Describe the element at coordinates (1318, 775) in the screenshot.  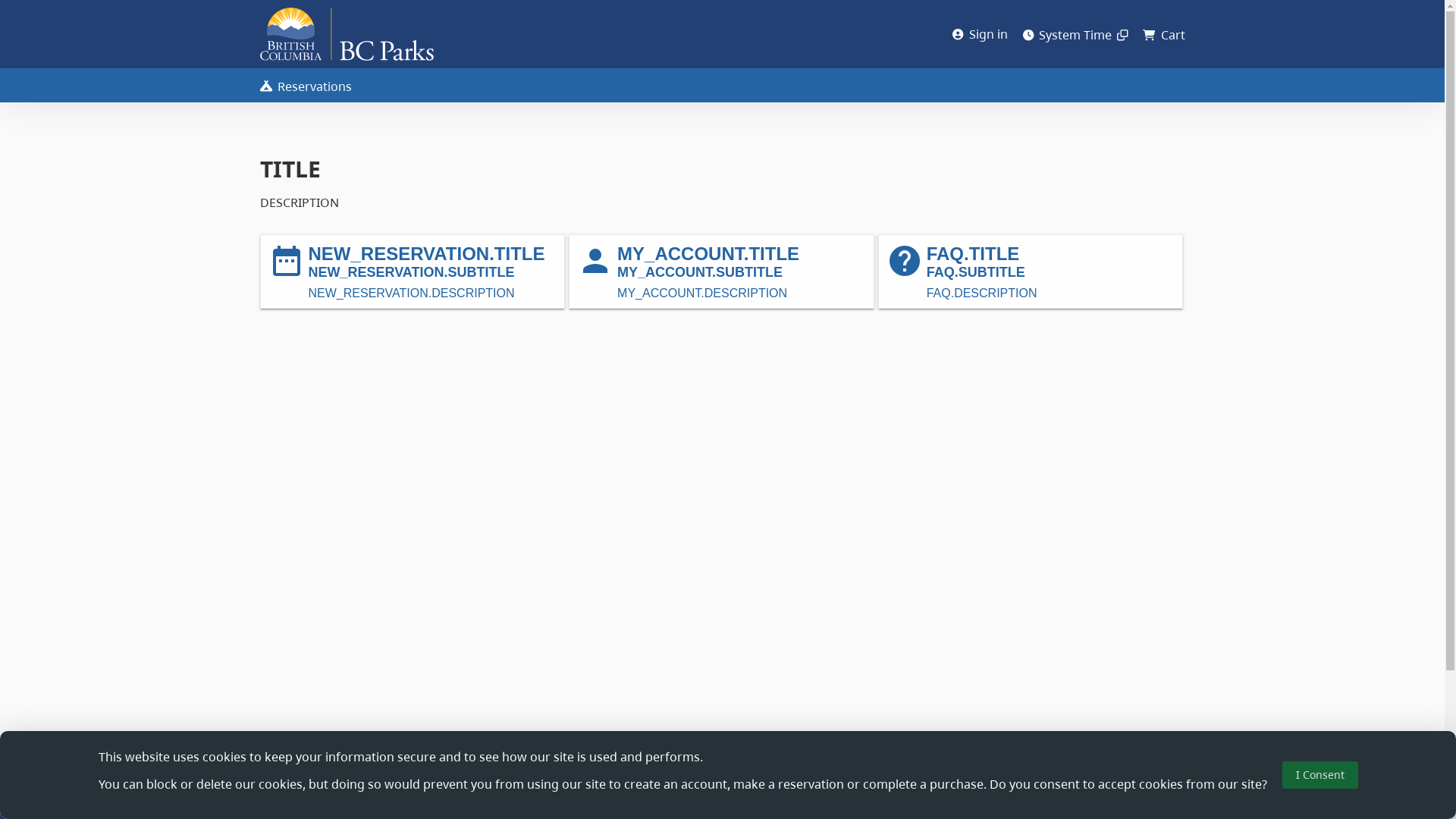
I see `'I Consent'` at that location.